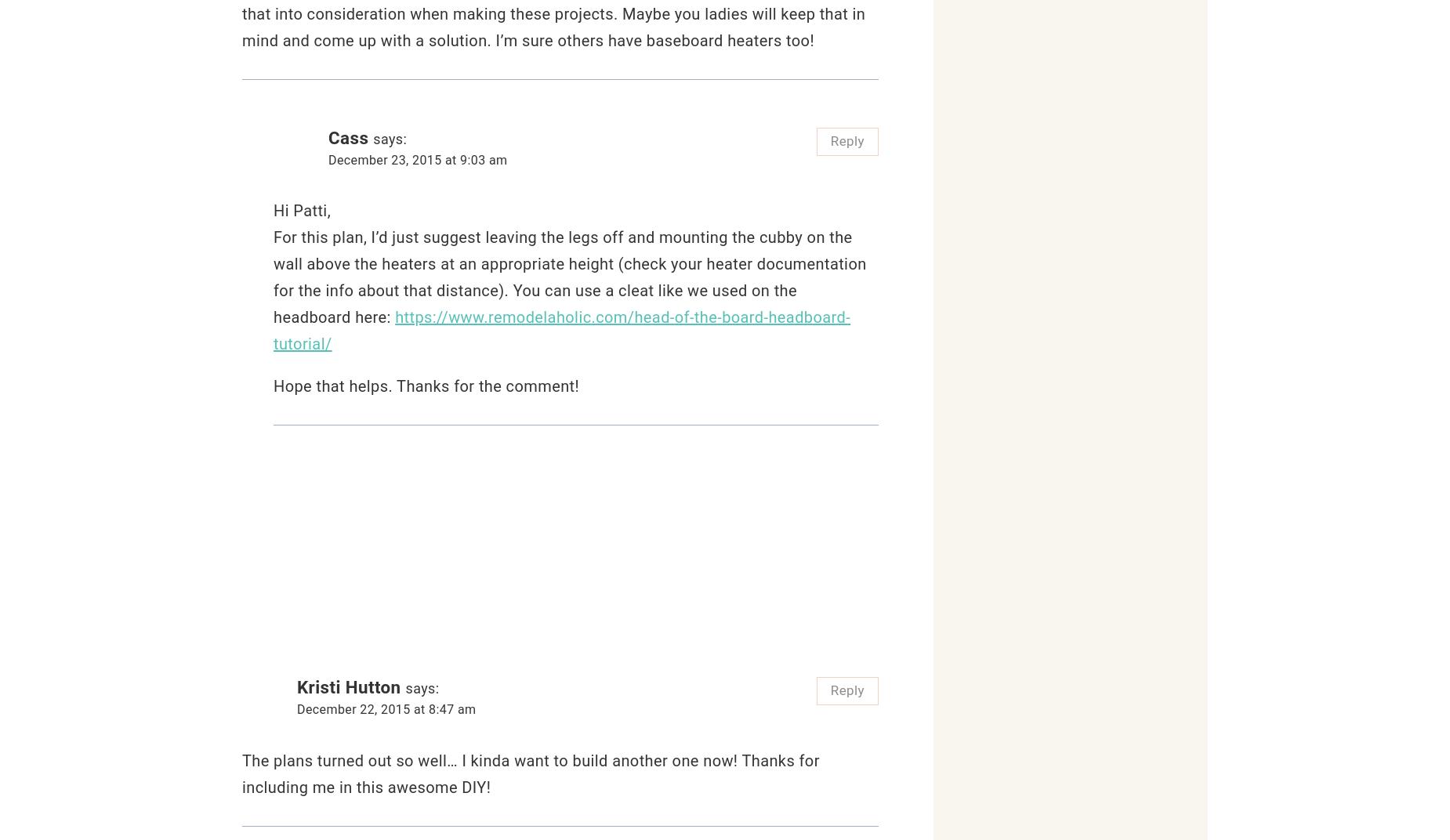 The width and height of the screenshot is (1450, 840). I want to click on 'December 22, 2015 at 8:47 am', so click(386, 709).